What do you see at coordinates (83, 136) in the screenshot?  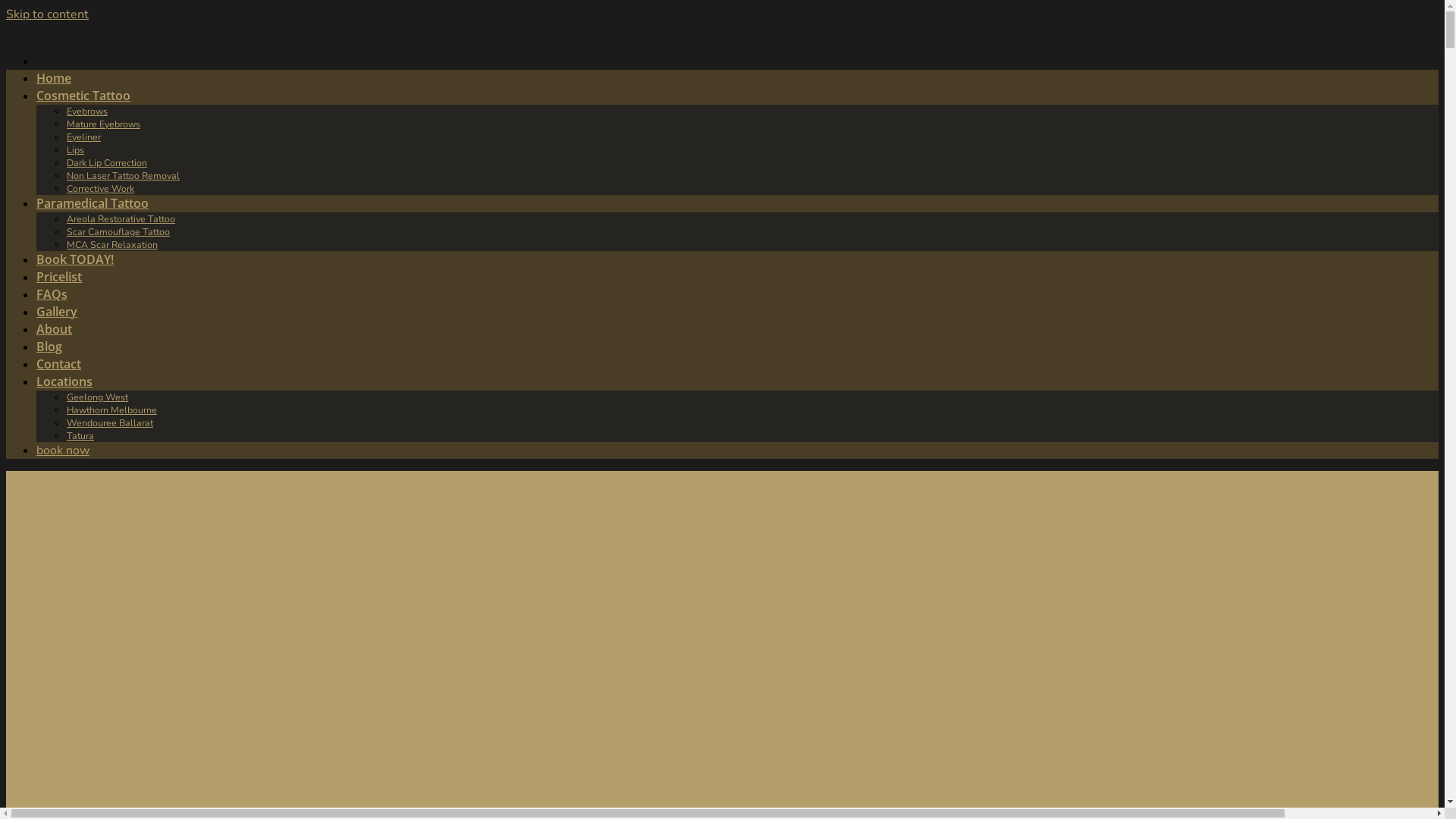 I see `'Eyeliner'` at bounding box center [83, 136].